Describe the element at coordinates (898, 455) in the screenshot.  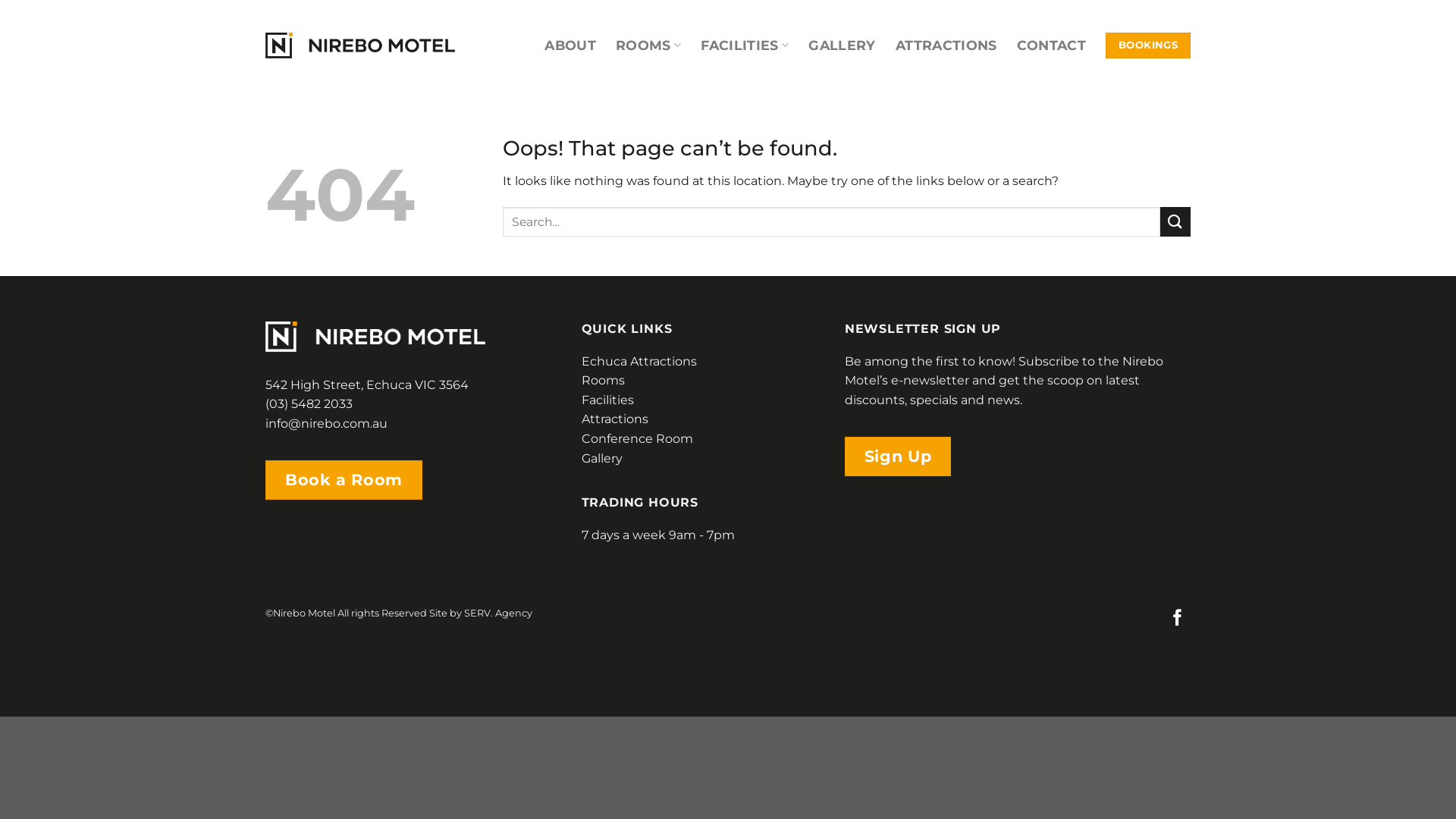
I see `'Sign Up'` at that location.